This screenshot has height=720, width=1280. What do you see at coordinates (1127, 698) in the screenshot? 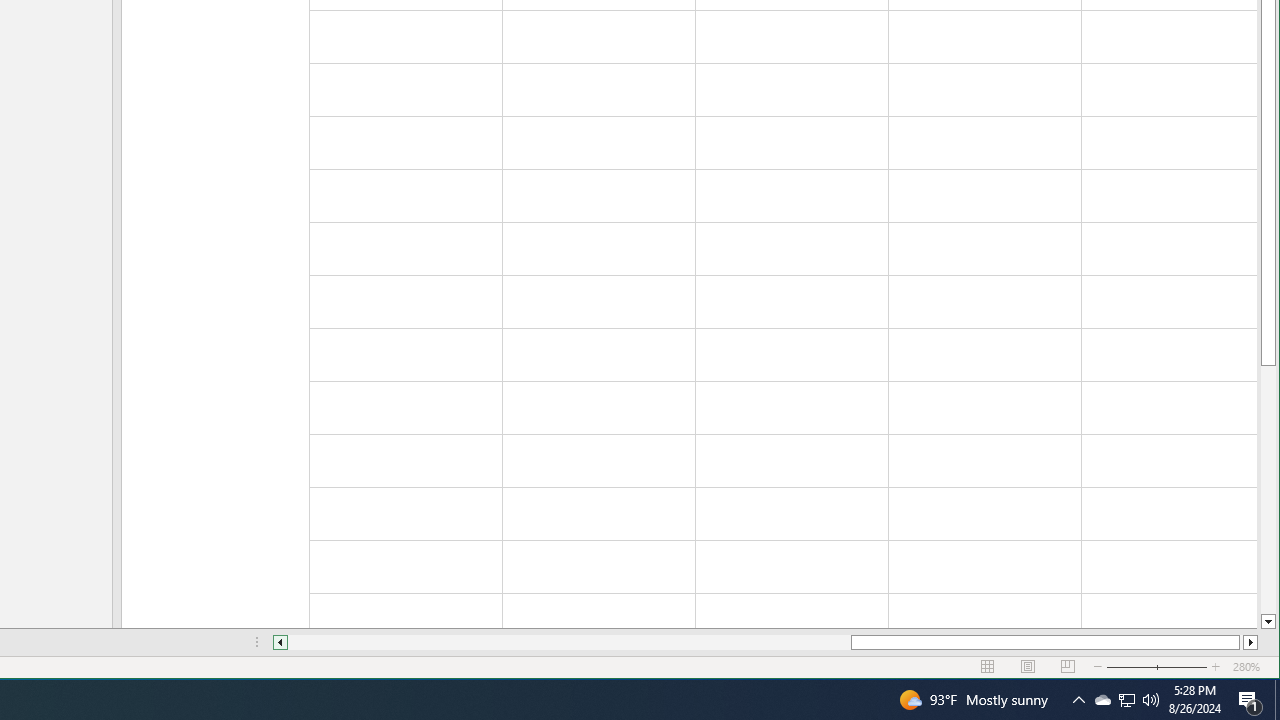
I see `'User Promoted Notification Area'` at bounding box center [1127, 698].